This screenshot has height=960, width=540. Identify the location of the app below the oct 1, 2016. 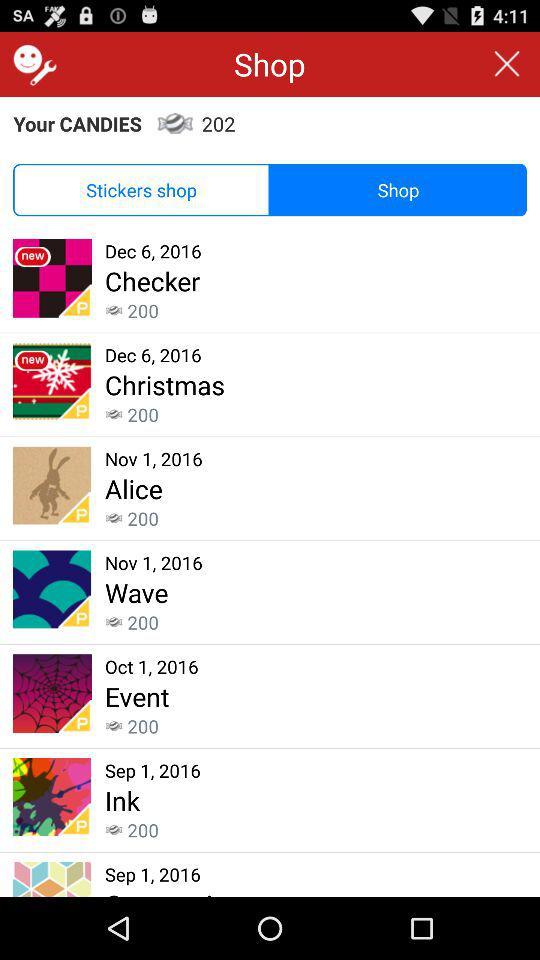
(136, 696).